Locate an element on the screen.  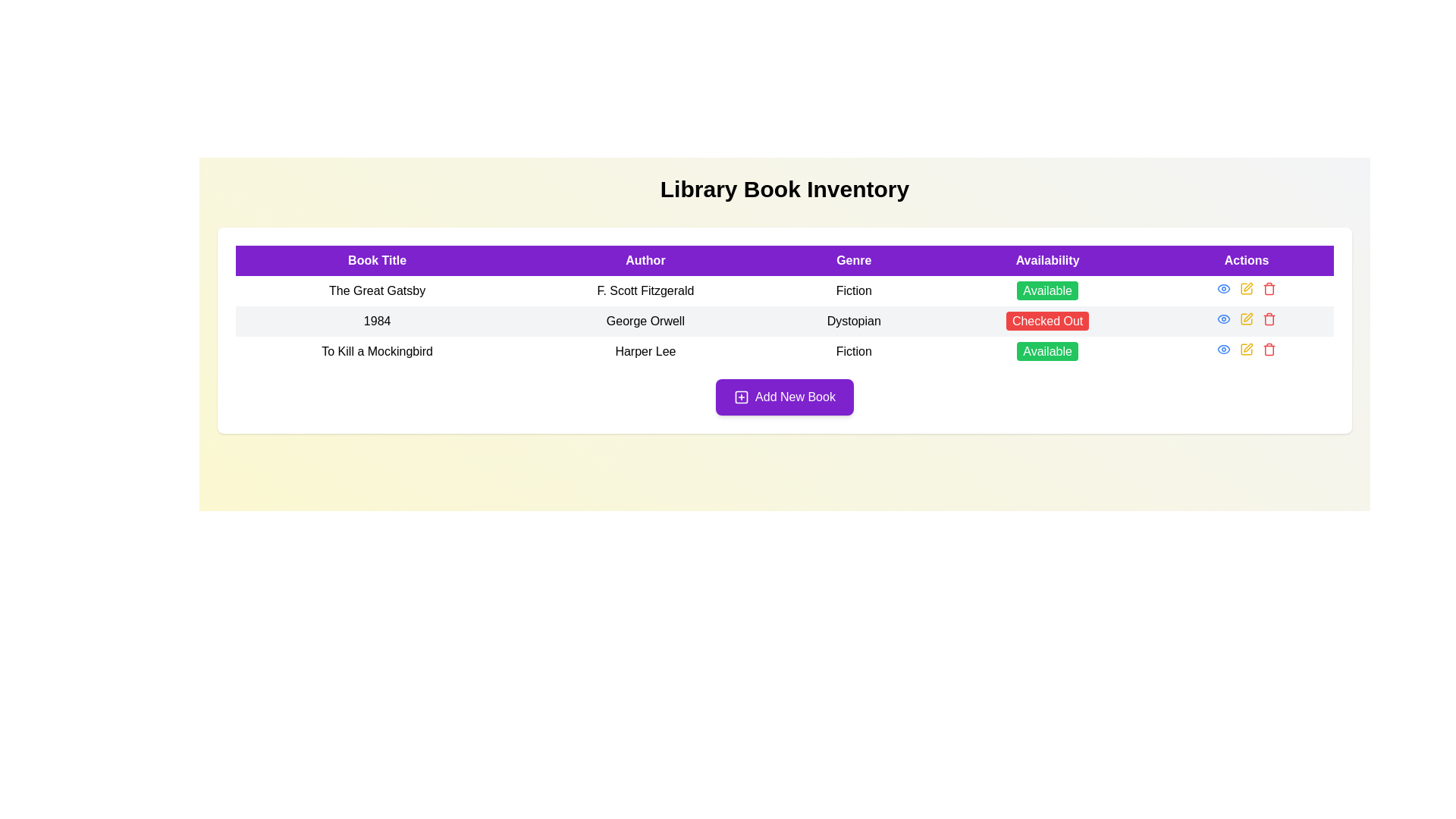
the red button labeled 'Checked Out' in the 'Availability' column for the book '1984'. This button is distinguished by its color and text style, making it stand out from the green buttons is located at coordinates (1046, 320).